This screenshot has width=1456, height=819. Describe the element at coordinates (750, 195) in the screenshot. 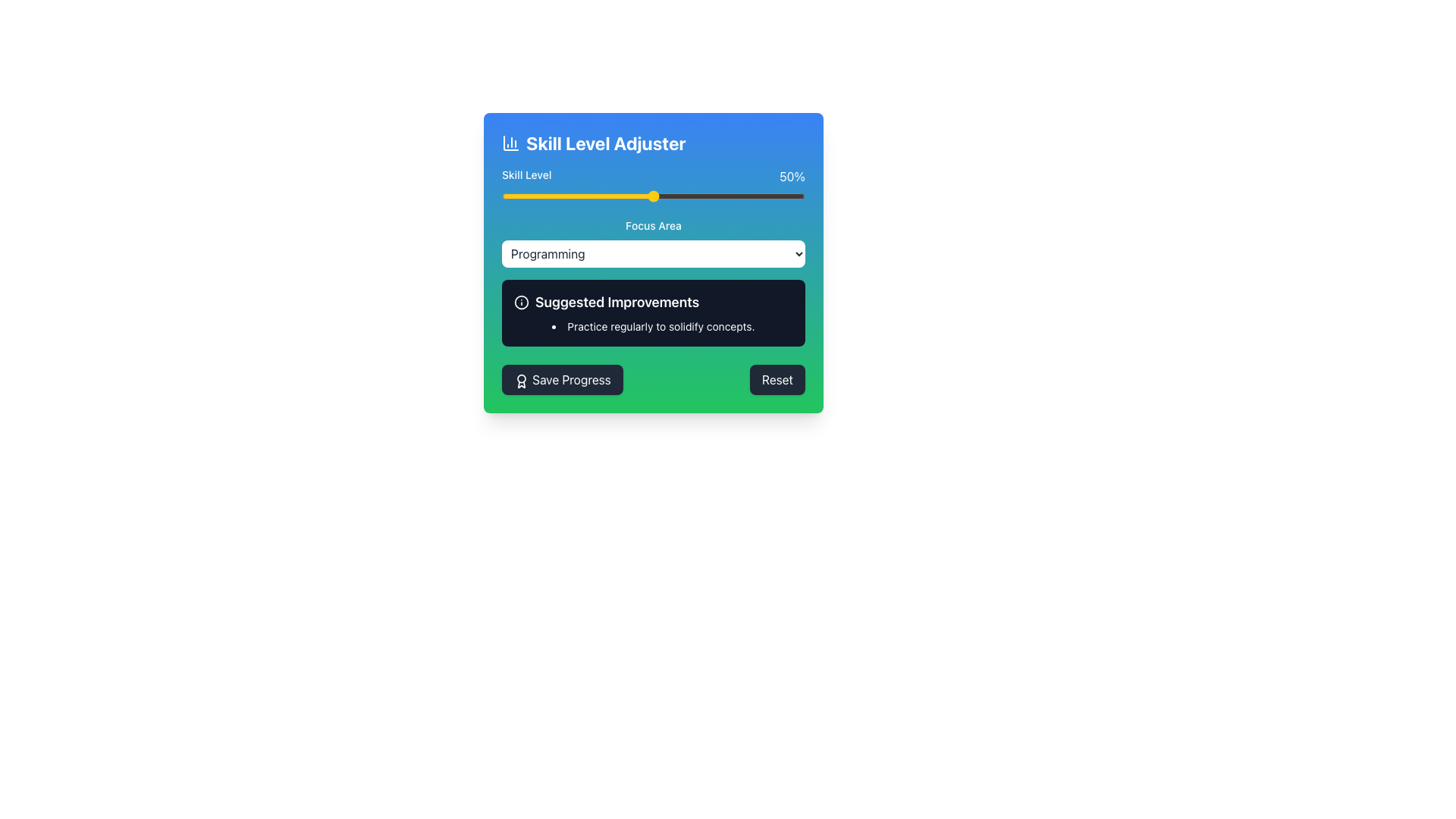

I see `the skill level` at that location.